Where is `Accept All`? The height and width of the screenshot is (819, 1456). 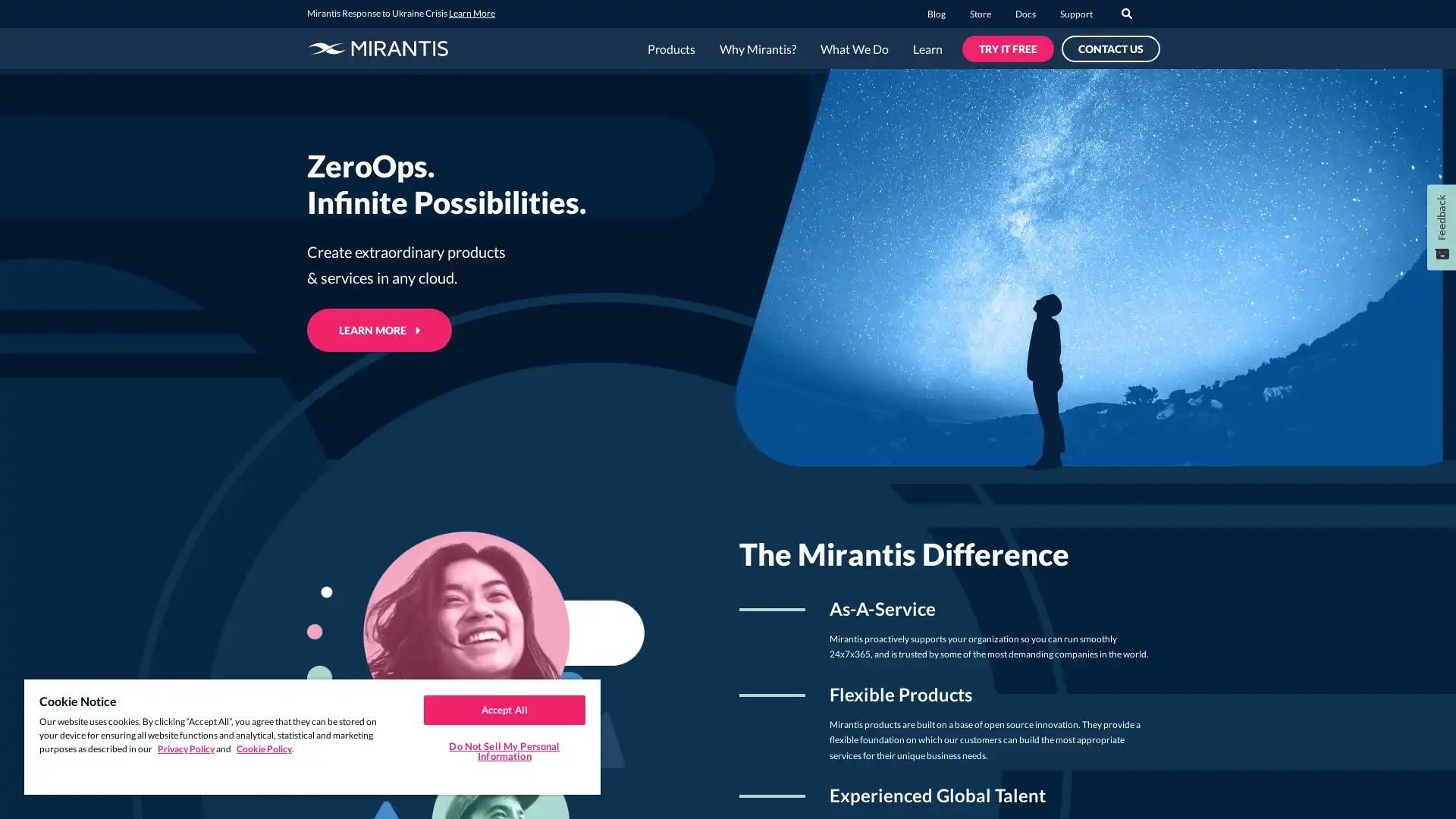
Accept All is located at coordinates (504, 709).